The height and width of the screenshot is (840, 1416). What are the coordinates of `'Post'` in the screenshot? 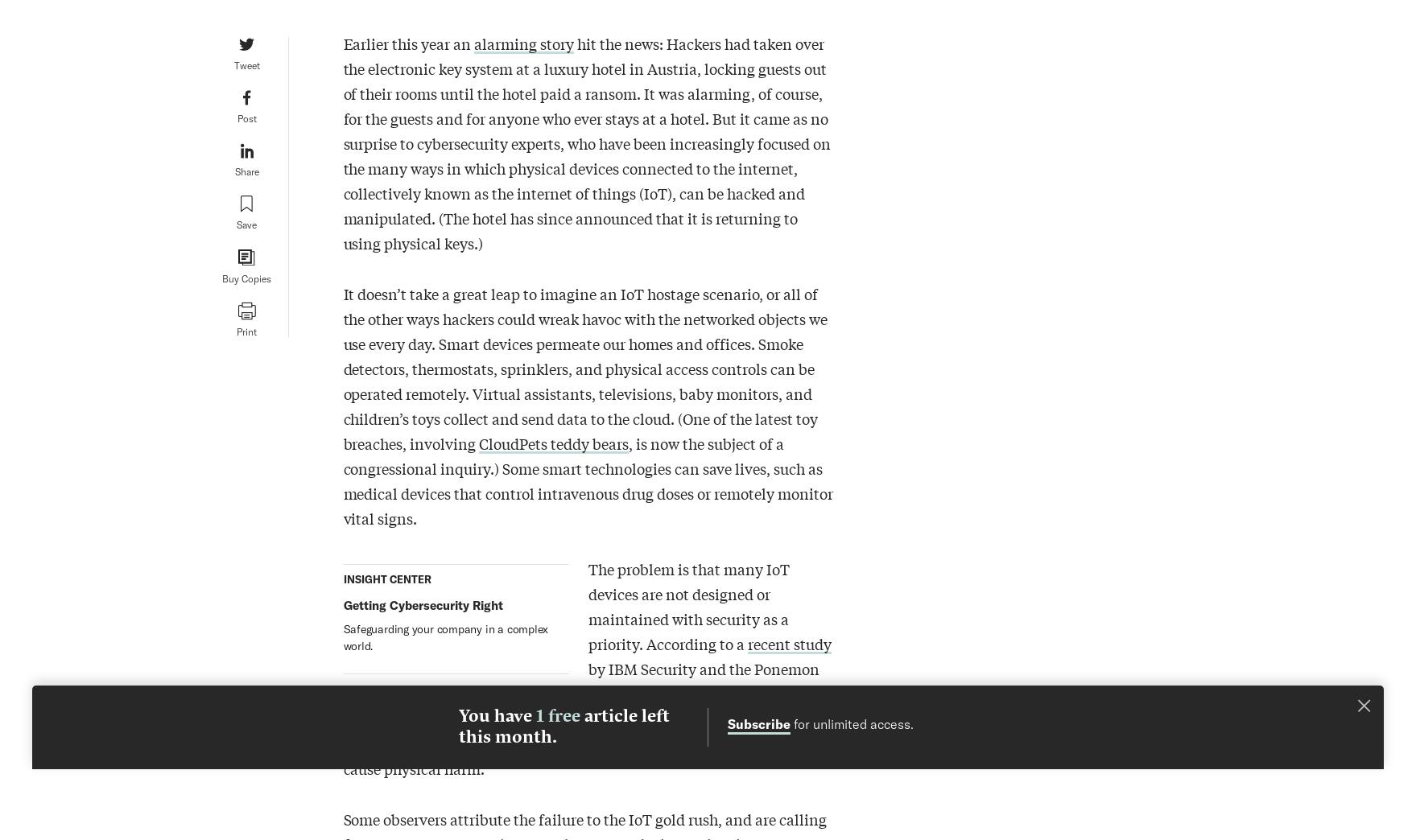 It's located at (246, 117).